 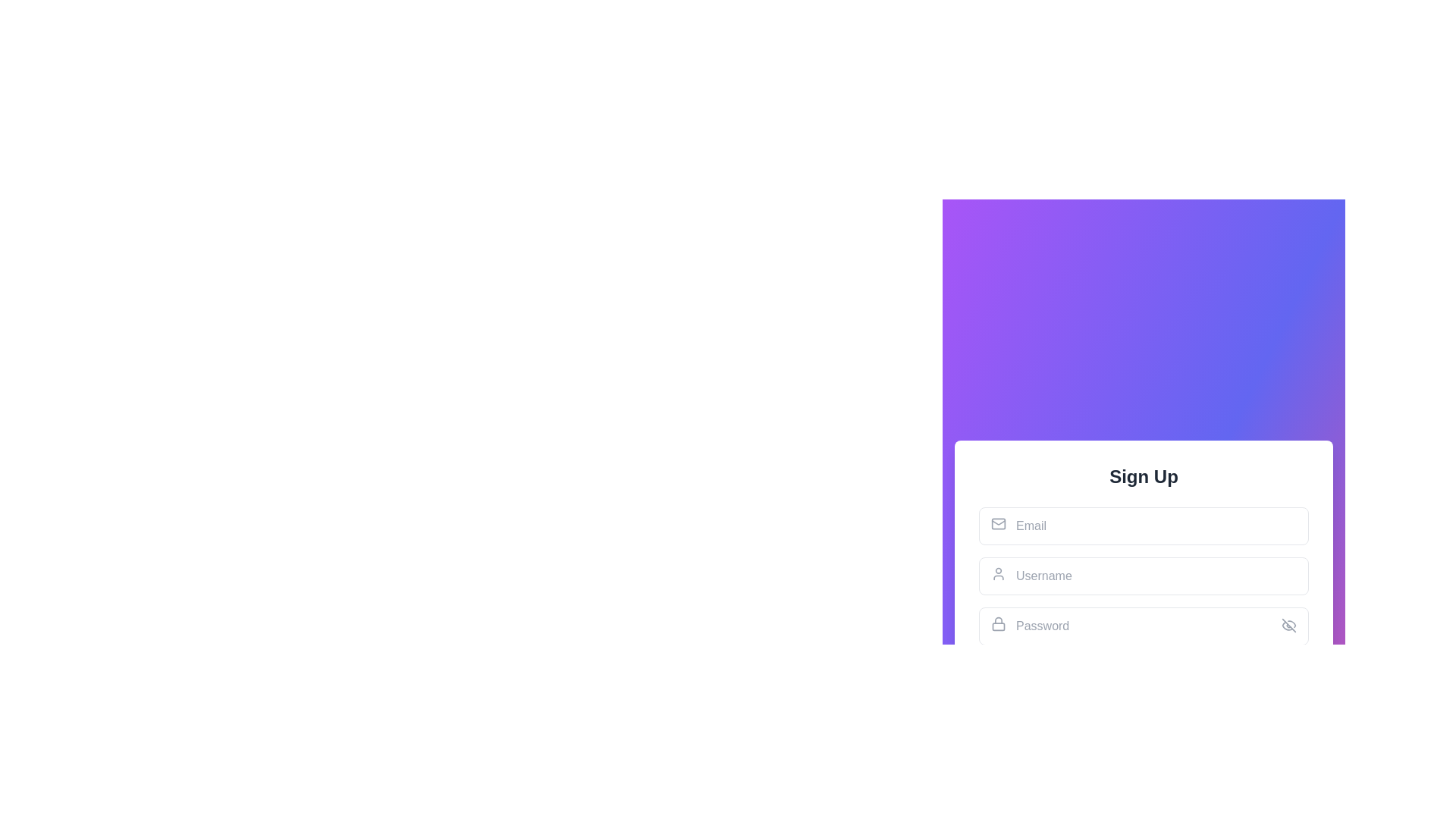 I want to click on the user icon represented as a line drawing of a person, styled with a gray color, located inside the form field to the left of the 'Username' text input field, so click(x=998, y=573).